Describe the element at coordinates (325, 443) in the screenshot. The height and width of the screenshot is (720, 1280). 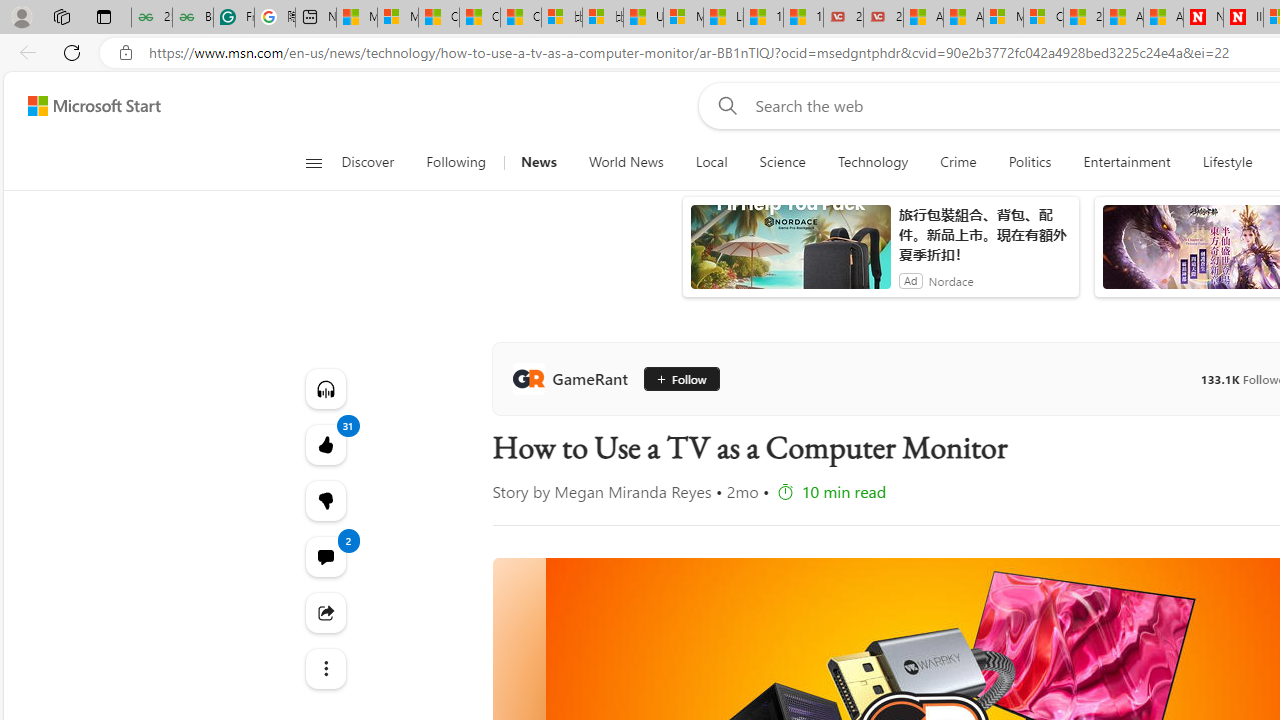
I see `'31 Like'` at that location.